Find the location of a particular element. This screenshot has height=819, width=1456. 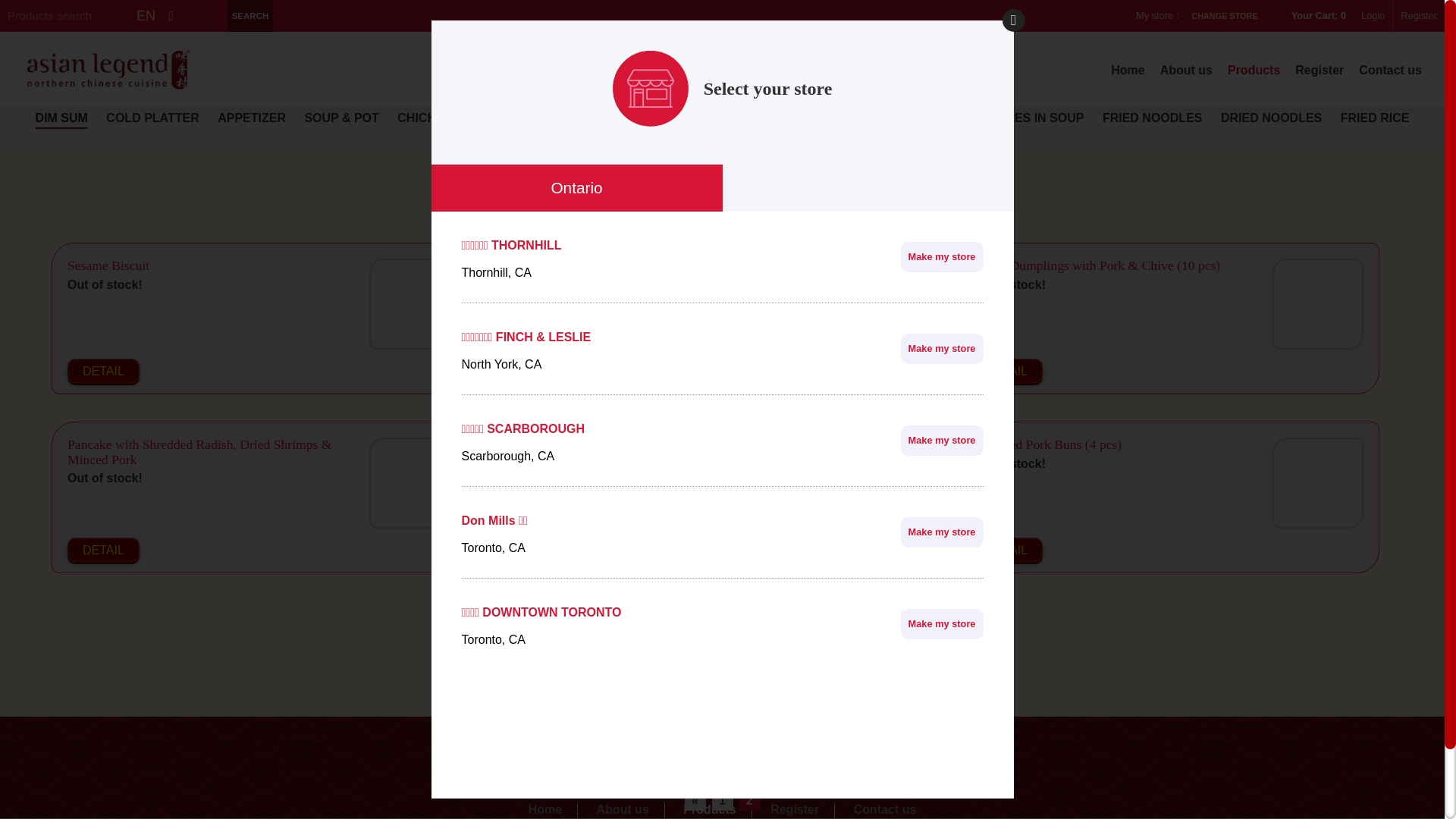

'FRIED NOODLES' is located at coordinates (1153, 117).